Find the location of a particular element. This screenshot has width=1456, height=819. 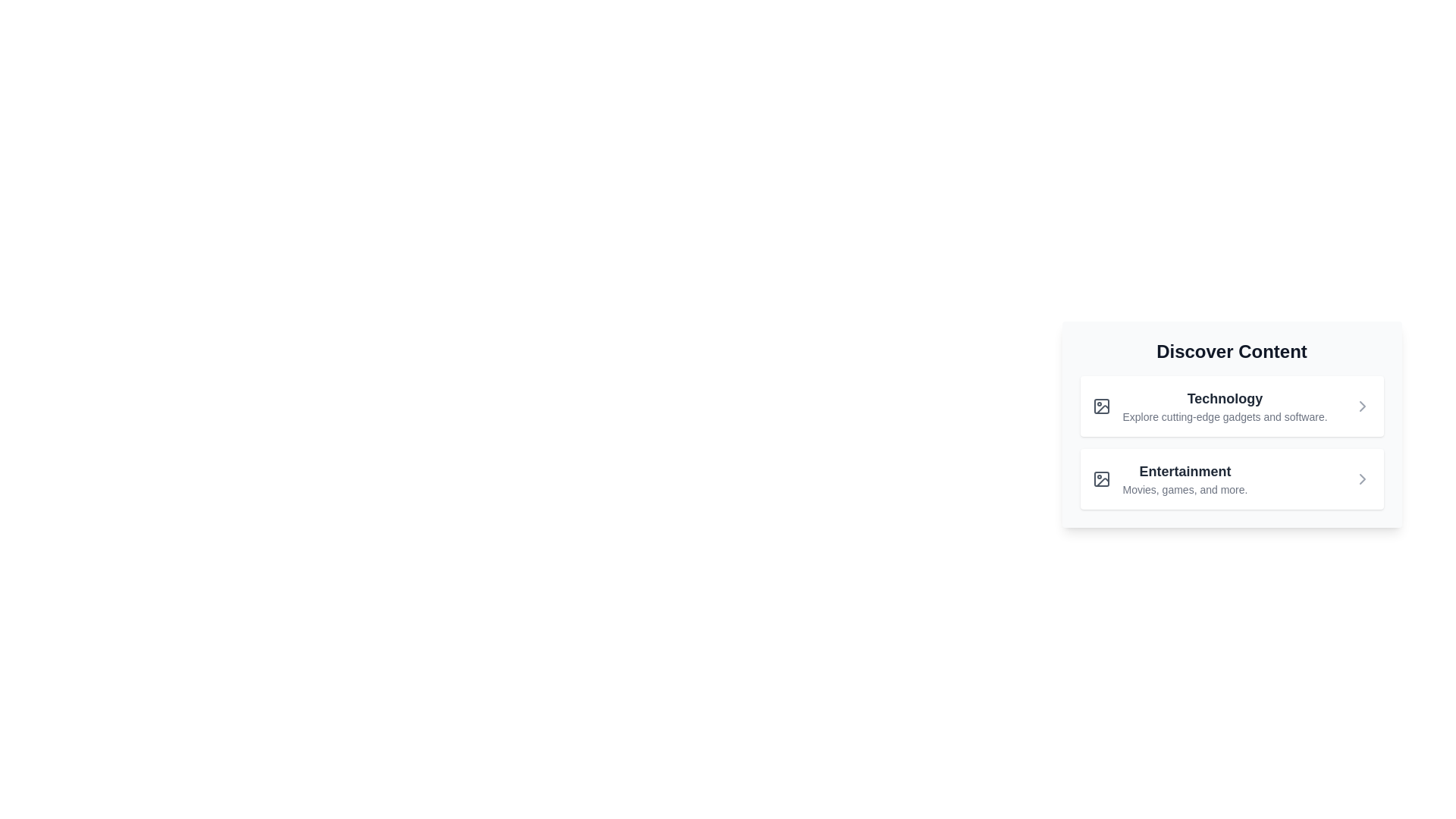

the navigation icon located at the rightmost end of the 'Technology' content card is located at coordinates (1362, 406).